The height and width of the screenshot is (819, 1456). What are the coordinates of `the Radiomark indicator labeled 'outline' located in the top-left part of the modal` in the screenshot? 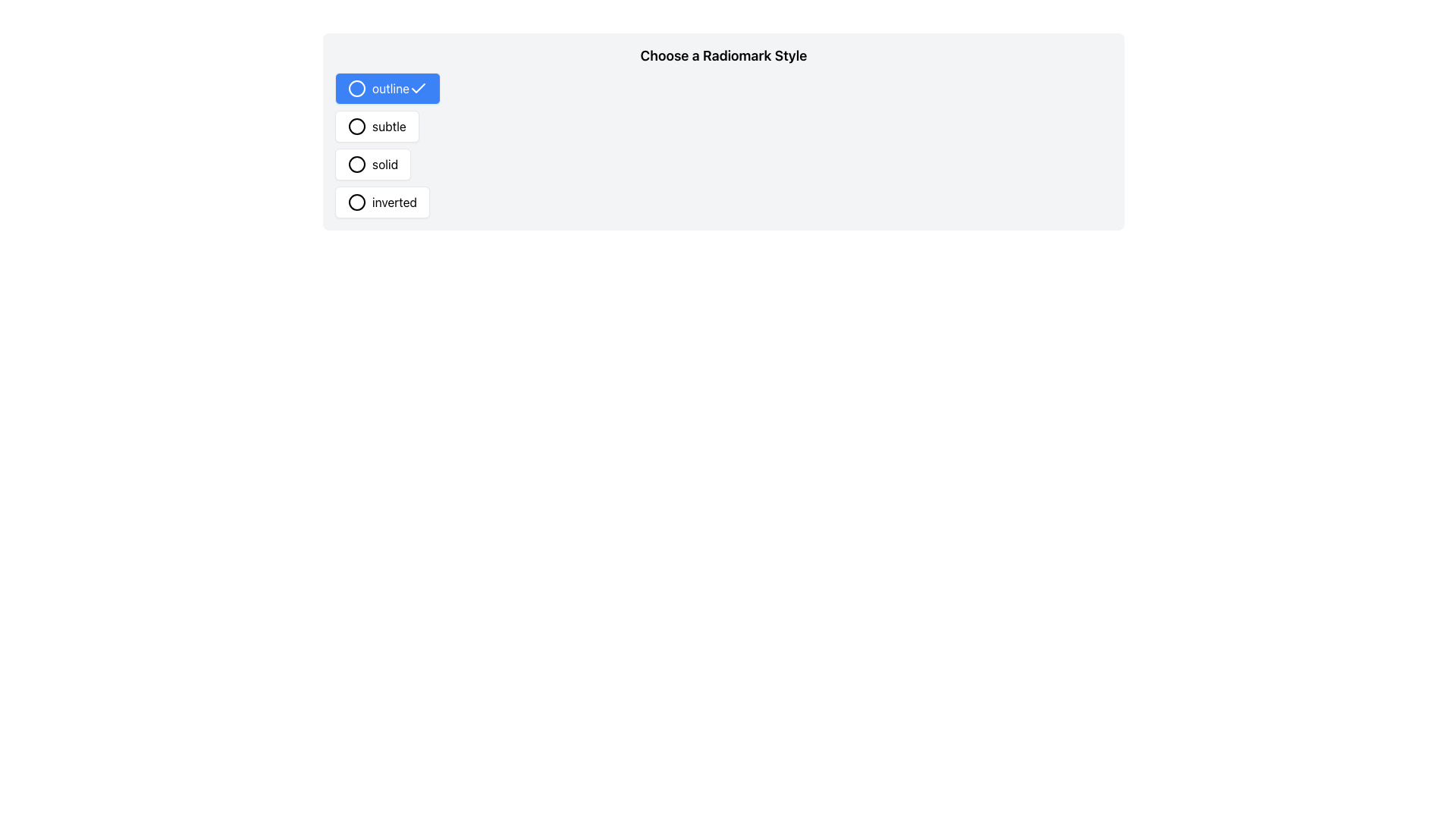 It's located at (356, 88).